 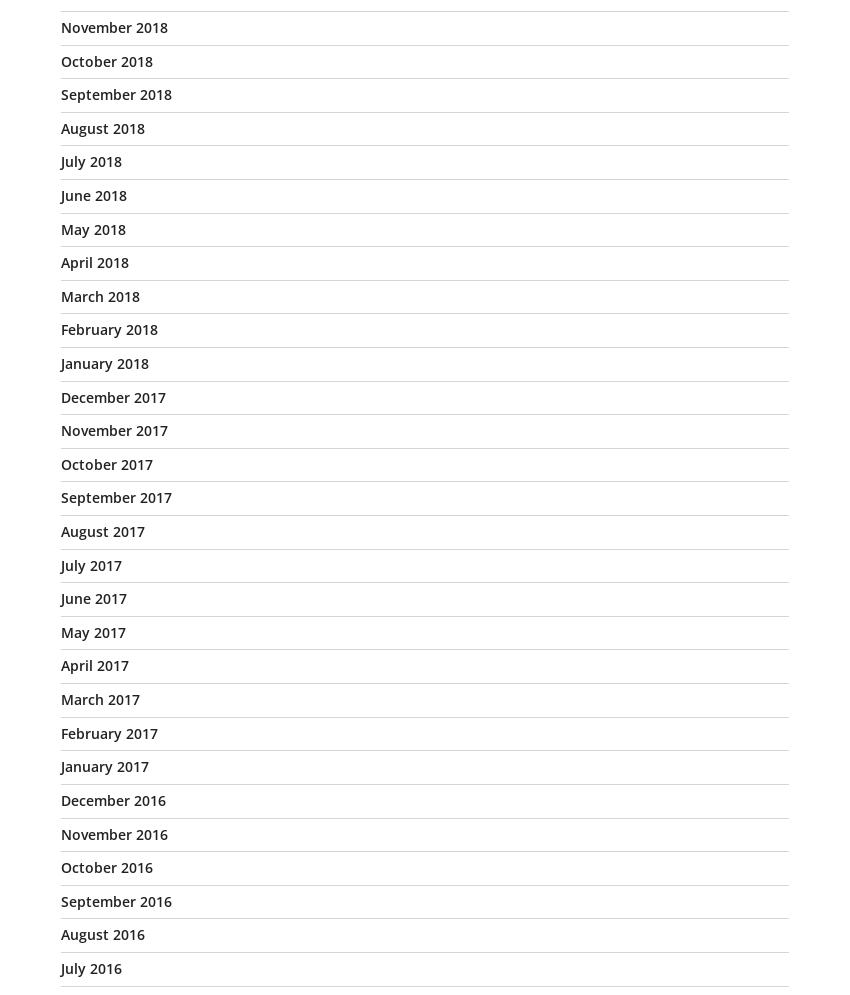 What do you see at coordinates (108, 329) in the screenshot?
I see `'February 2018'` at bounding box center [108, 329].